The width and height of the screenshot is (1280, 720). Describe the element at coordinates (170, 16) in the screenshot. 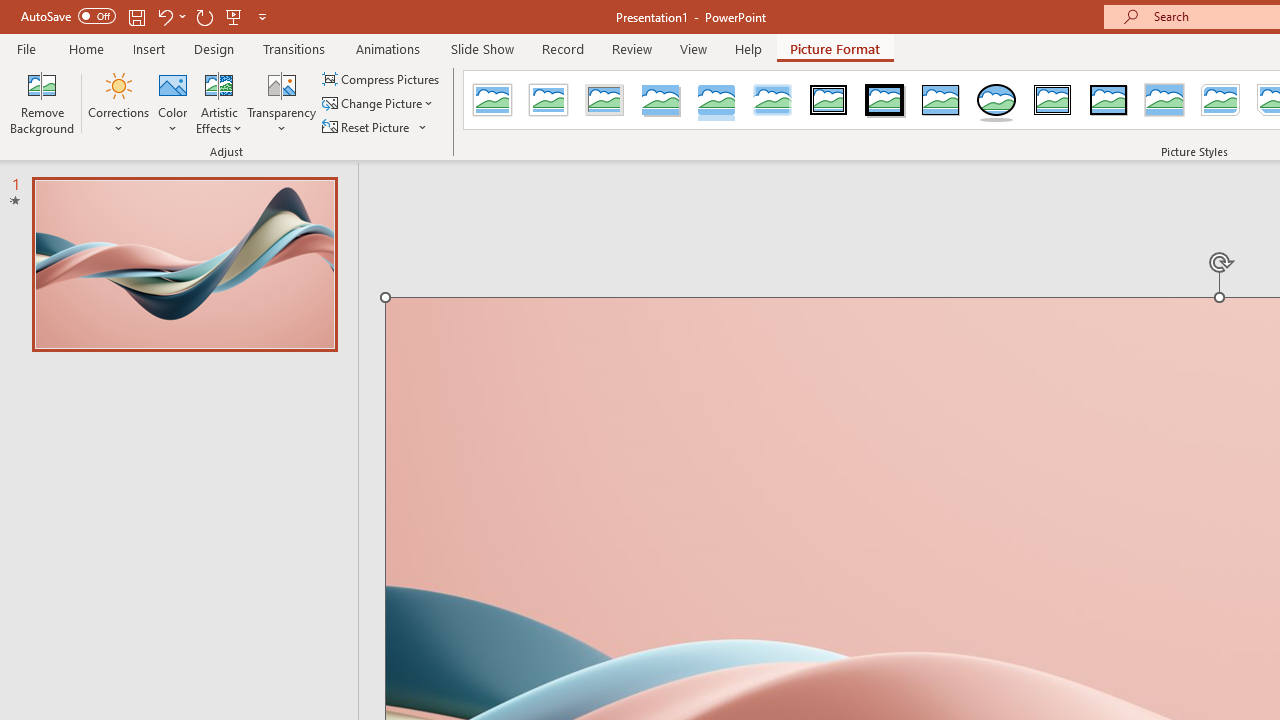

I see `'Undo'` at that location.